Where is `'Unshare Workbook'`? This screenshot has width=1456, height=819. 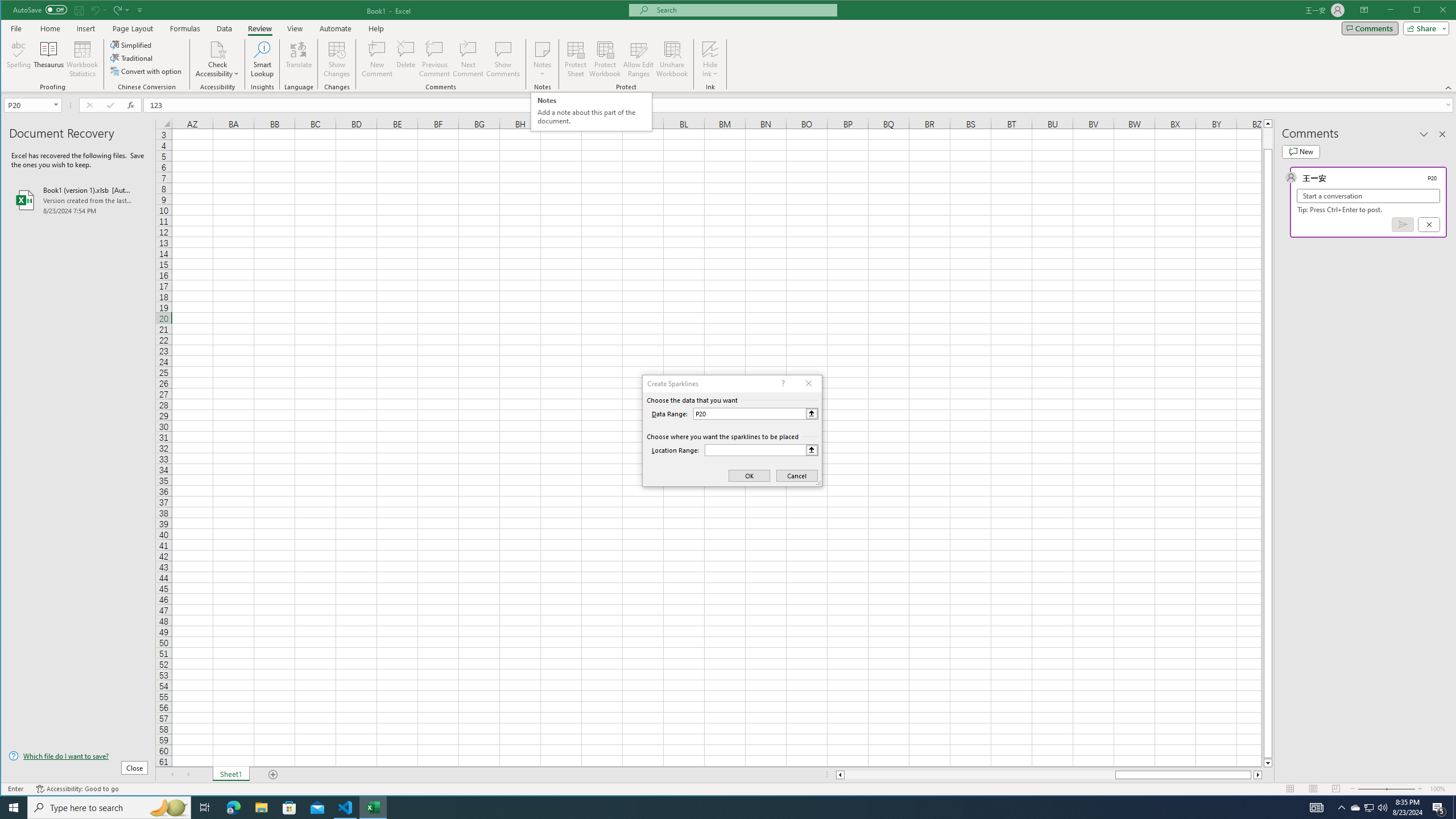
'Unshare Workbook' is located at coordinates (672, 59).